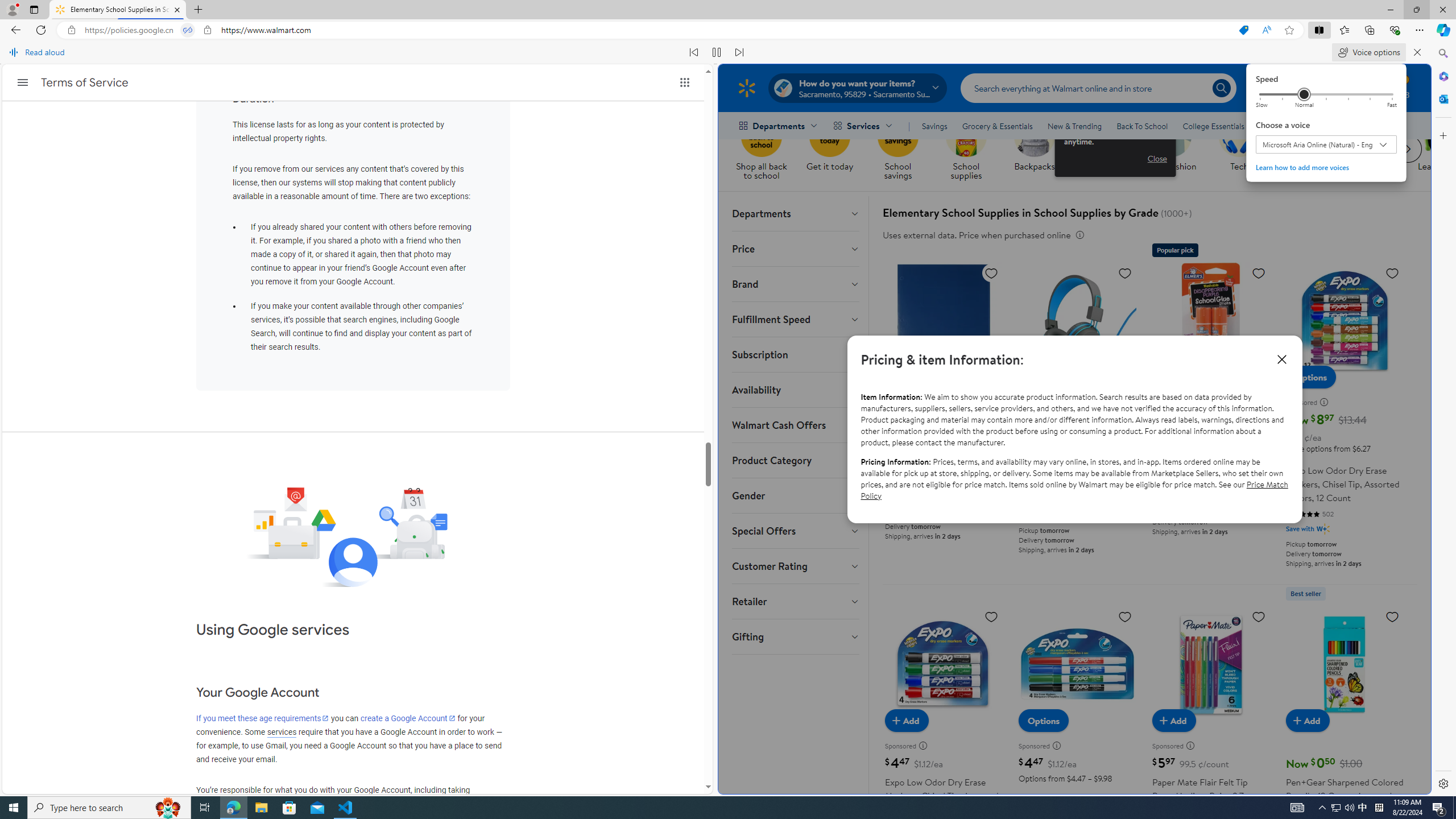 The width and height of the screenshot is (1456, 819). What do you see at coordinates (1439, 806) in the screenshot?
I see `'Action Center, 2 new notifications'` at bounding box center [1439, 806].